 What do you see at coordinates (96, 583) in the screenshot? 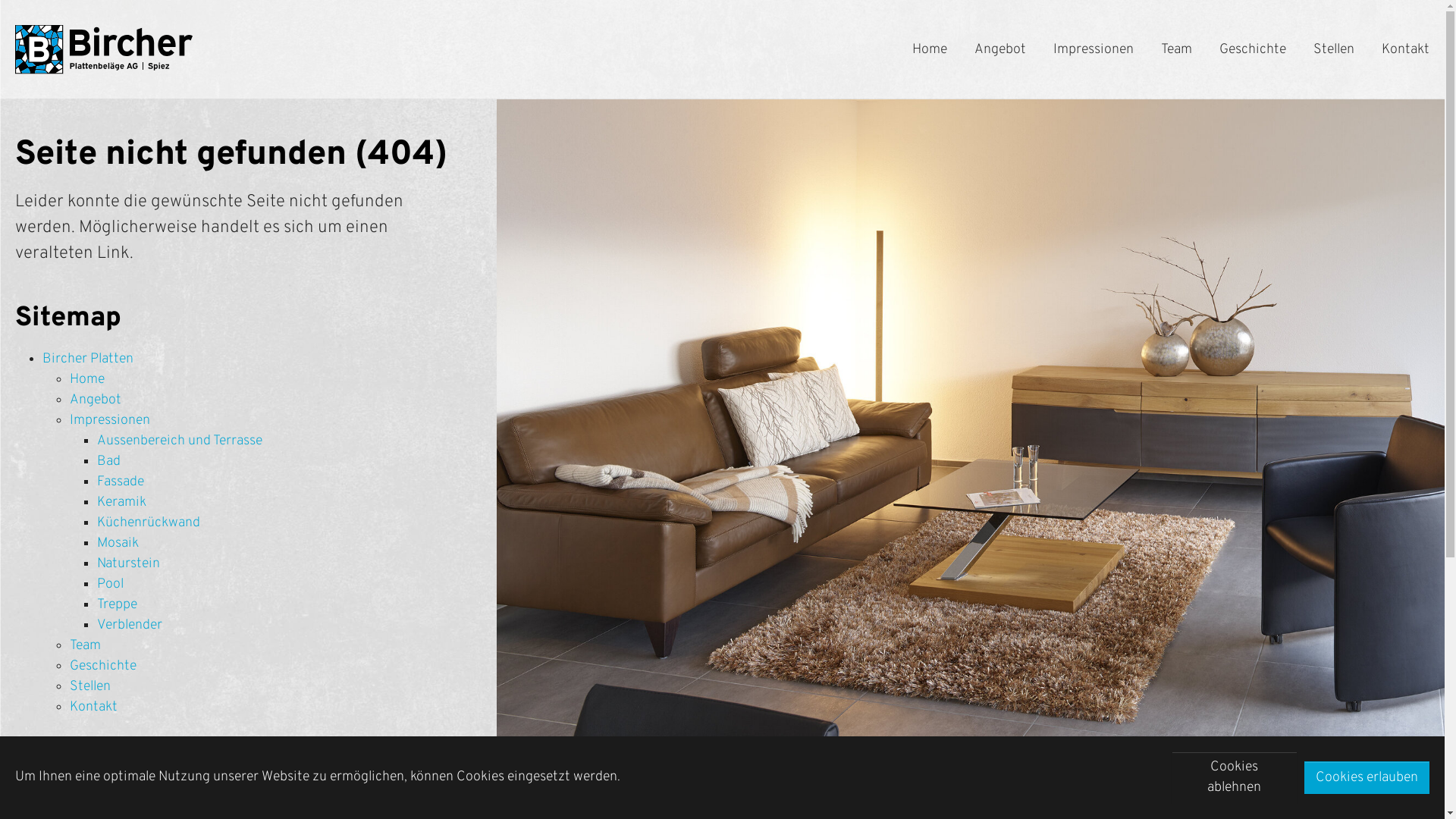
I see `'Pool'` at bounding box center [96, 583].